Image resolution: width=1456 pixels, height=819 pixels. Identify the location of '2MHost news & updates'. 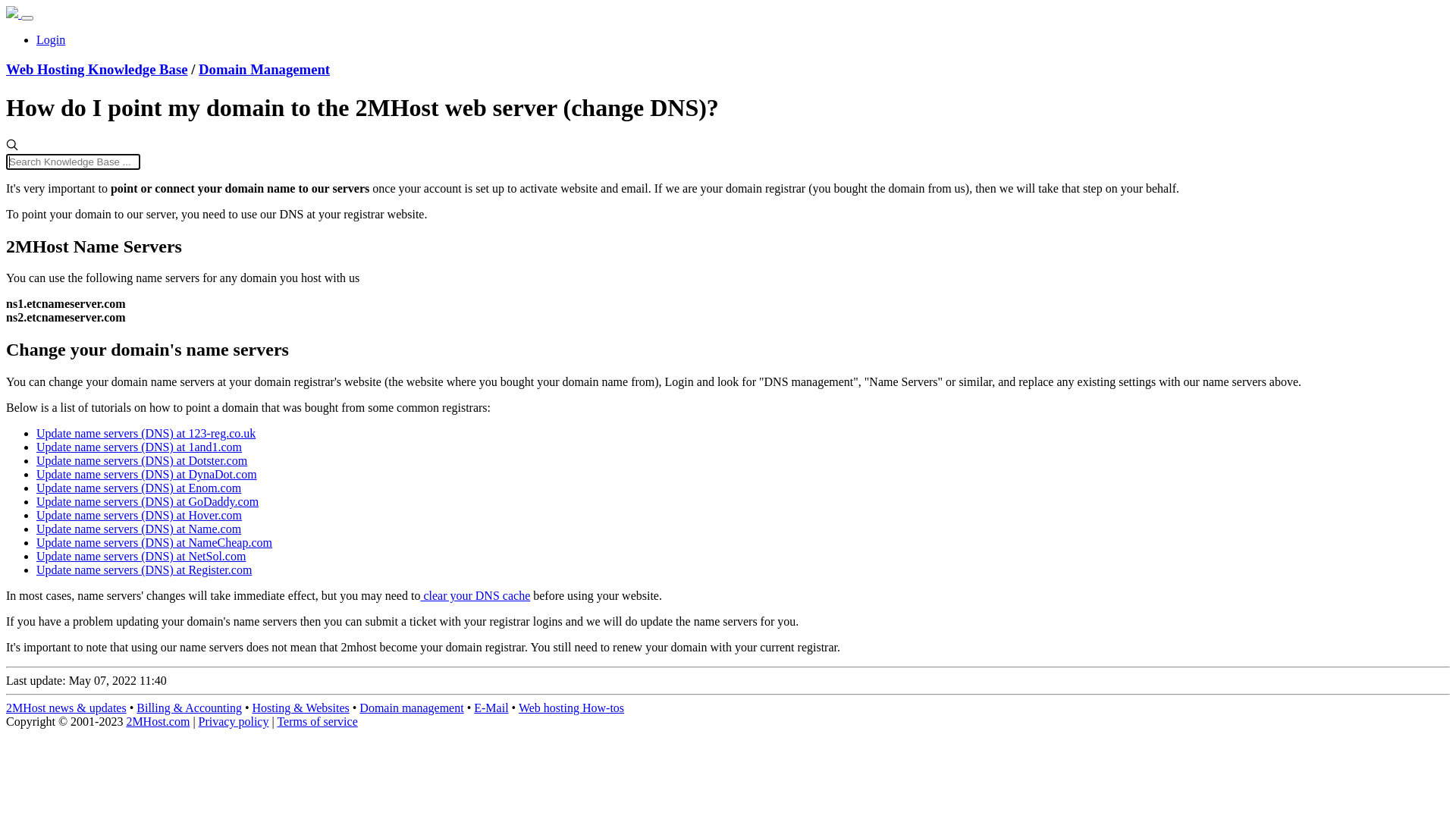
(65, 708).